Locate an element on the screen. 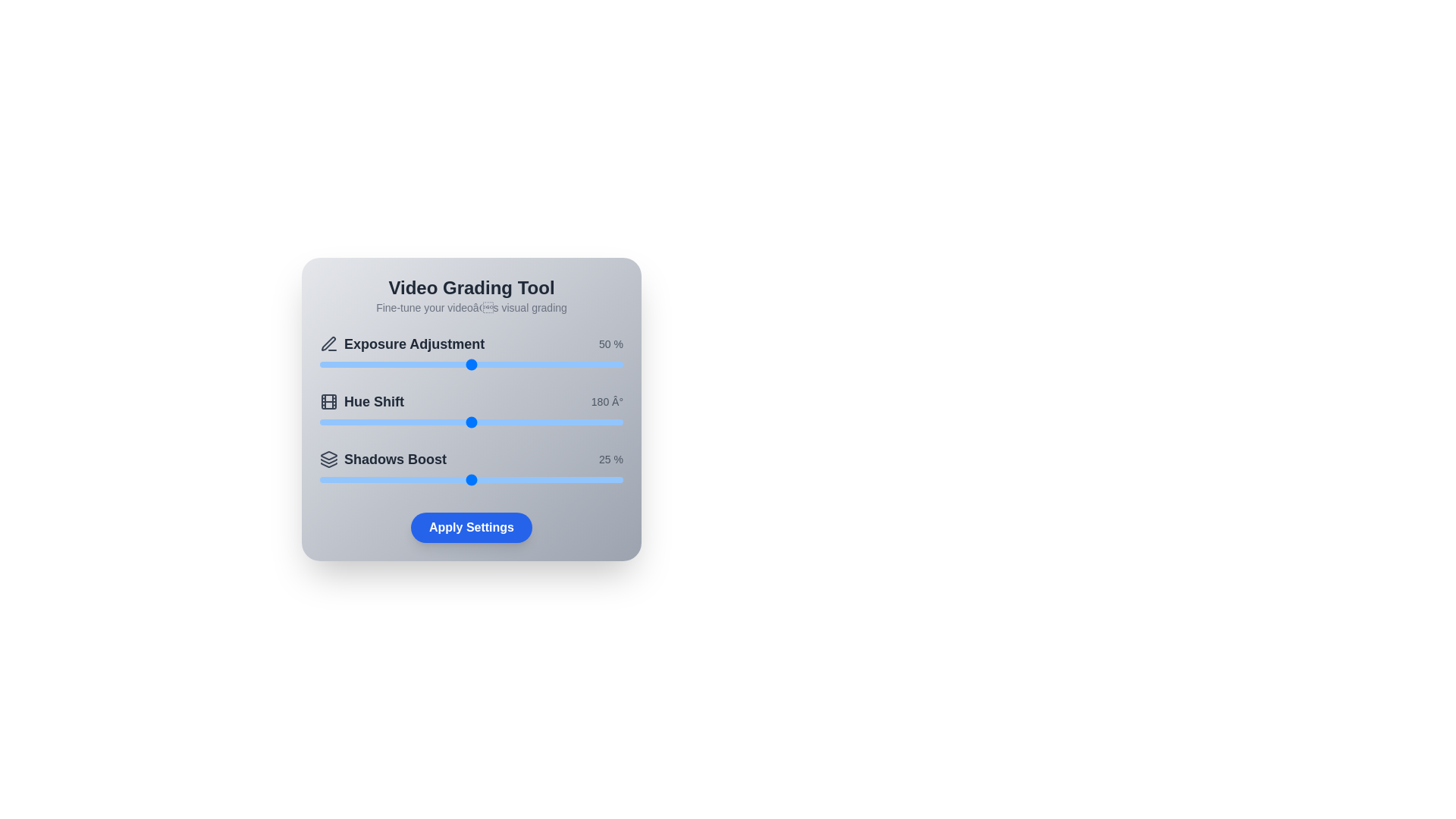 The height and width of the screenshot is (819, 1456). the exposure adjustment is located at coordinates (465, 365).